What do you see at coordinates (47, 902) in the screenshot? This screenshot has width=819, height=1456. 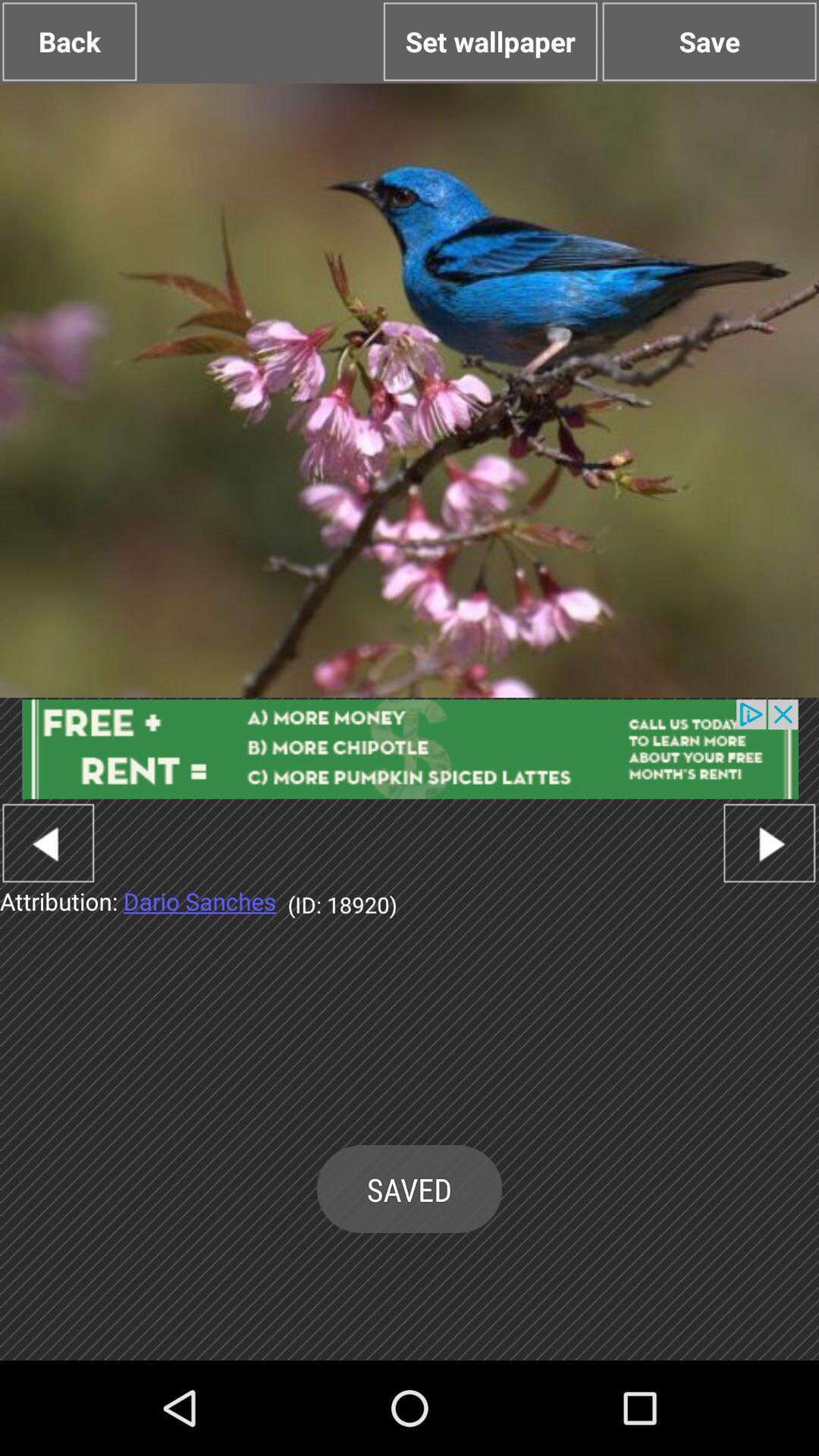 I see `the arrow_backward icon` at bounding box center [47, 902].